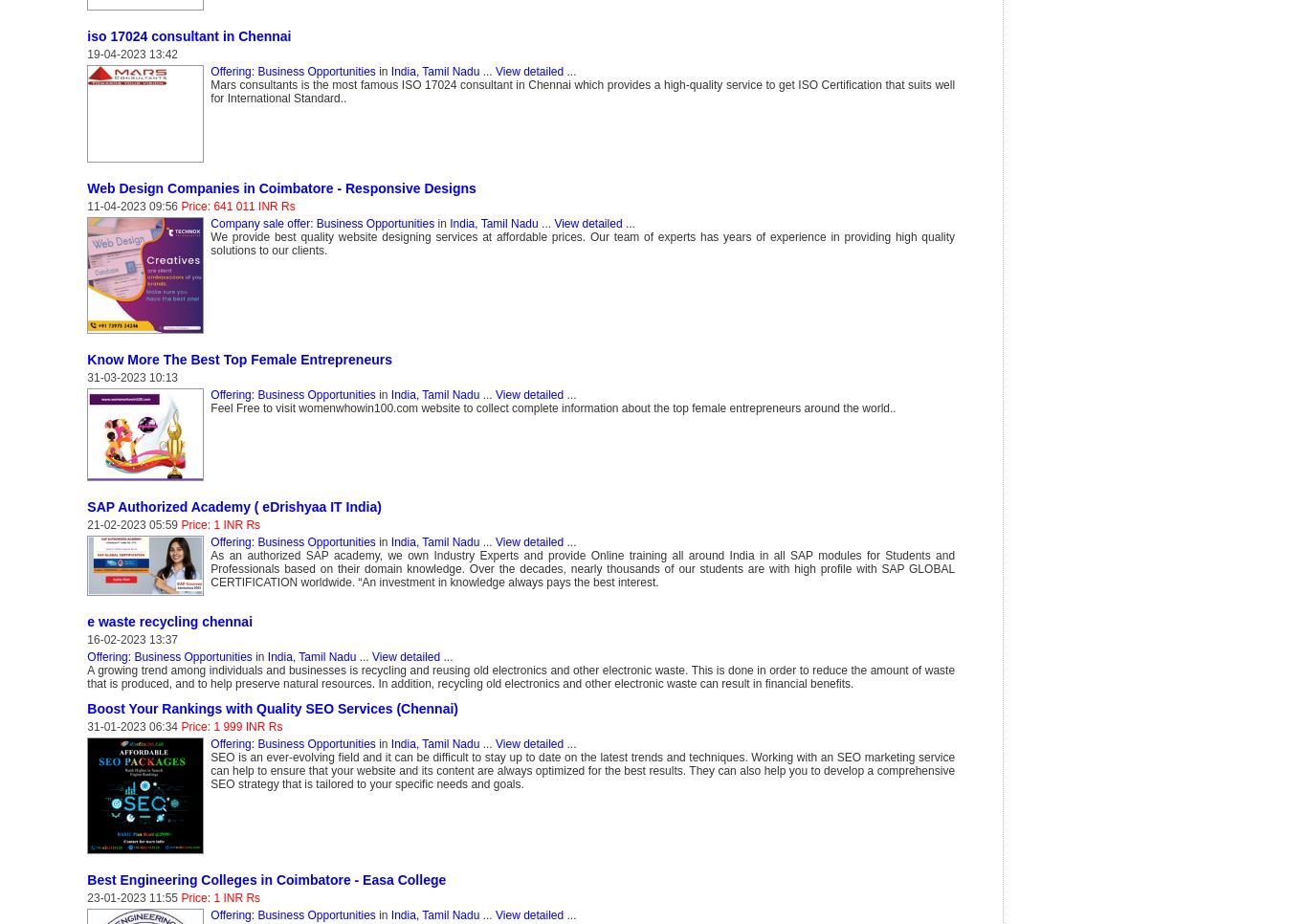 The height and width of the screenshot is (924, 1307). What do you see at coordinates (232, 726) in the screenshot?
I see `'Price: 1 999 INR Rs'` at bounding box center [232, 726].